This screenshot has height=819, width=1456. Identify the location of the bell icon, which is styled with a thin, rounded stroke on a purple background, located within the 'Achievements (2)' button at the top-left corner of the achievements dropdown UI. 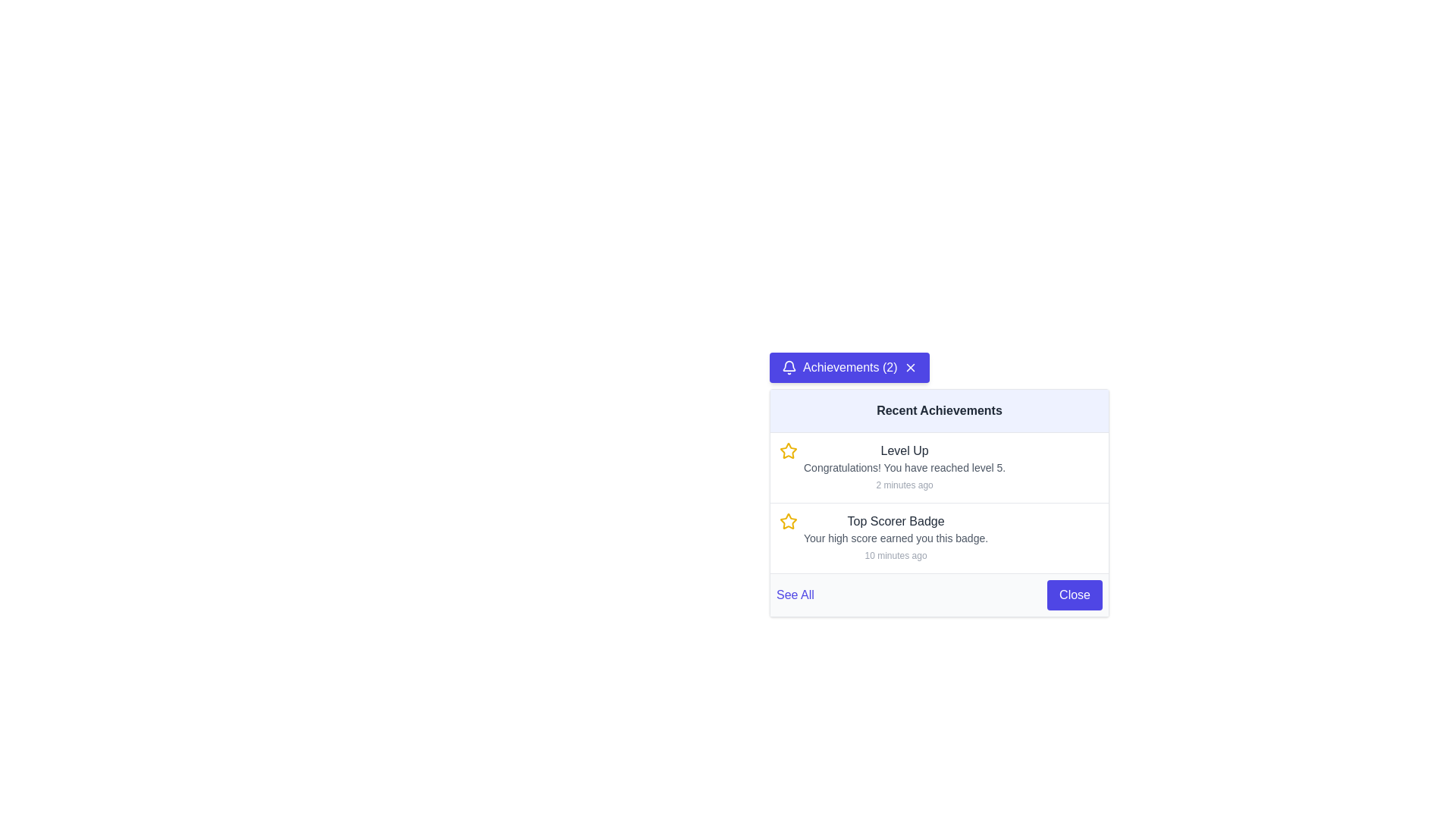
(789, 368).